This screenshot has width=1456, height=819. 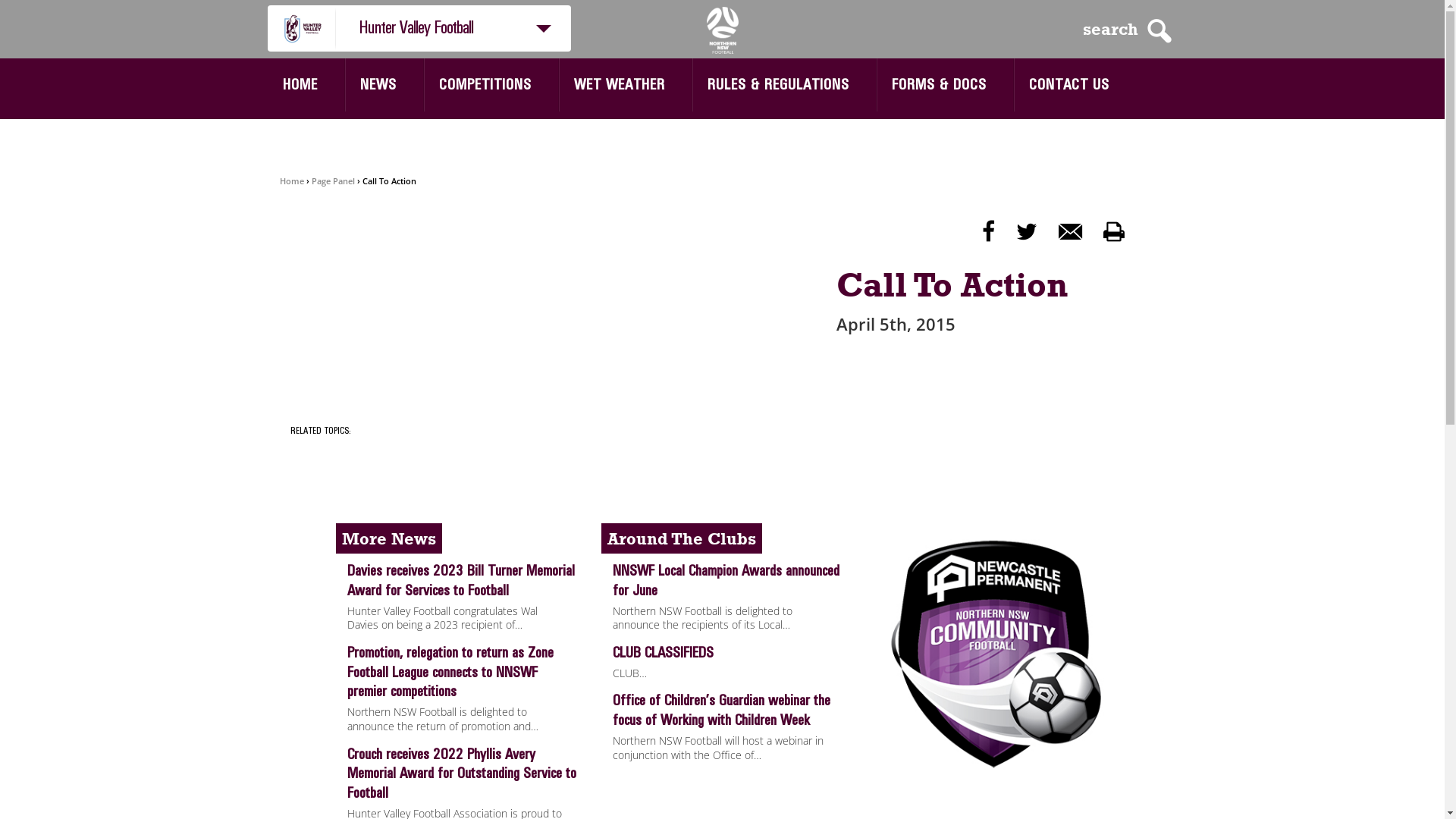 What do you see at coordinates (777, 84) in the screenshot?
I see `'RULES & REGULATIONS'` at bounding box center [777, 84].